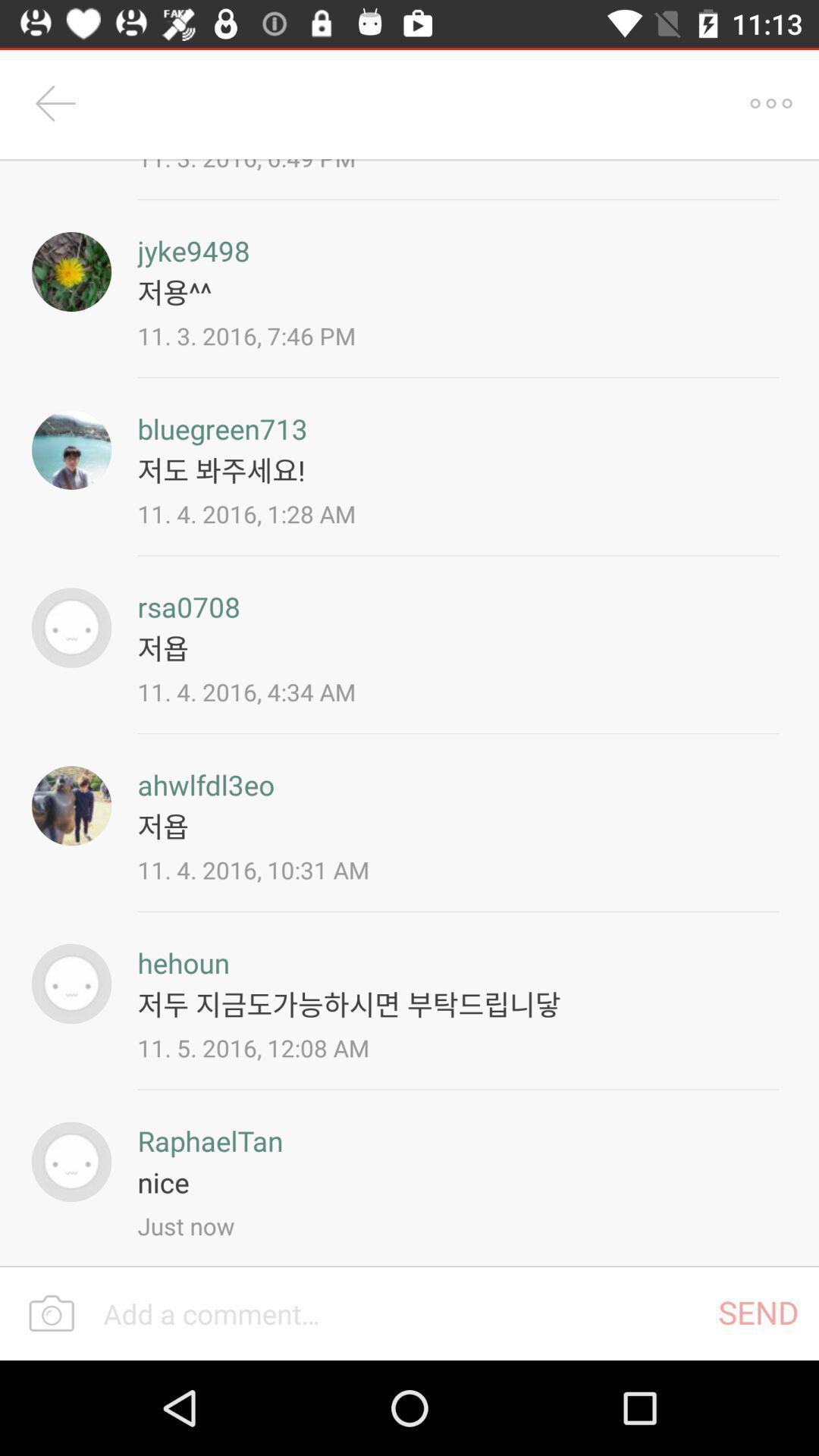 This screenshot has height=1456, width=819. I want to click on profile, so click(71, 271).